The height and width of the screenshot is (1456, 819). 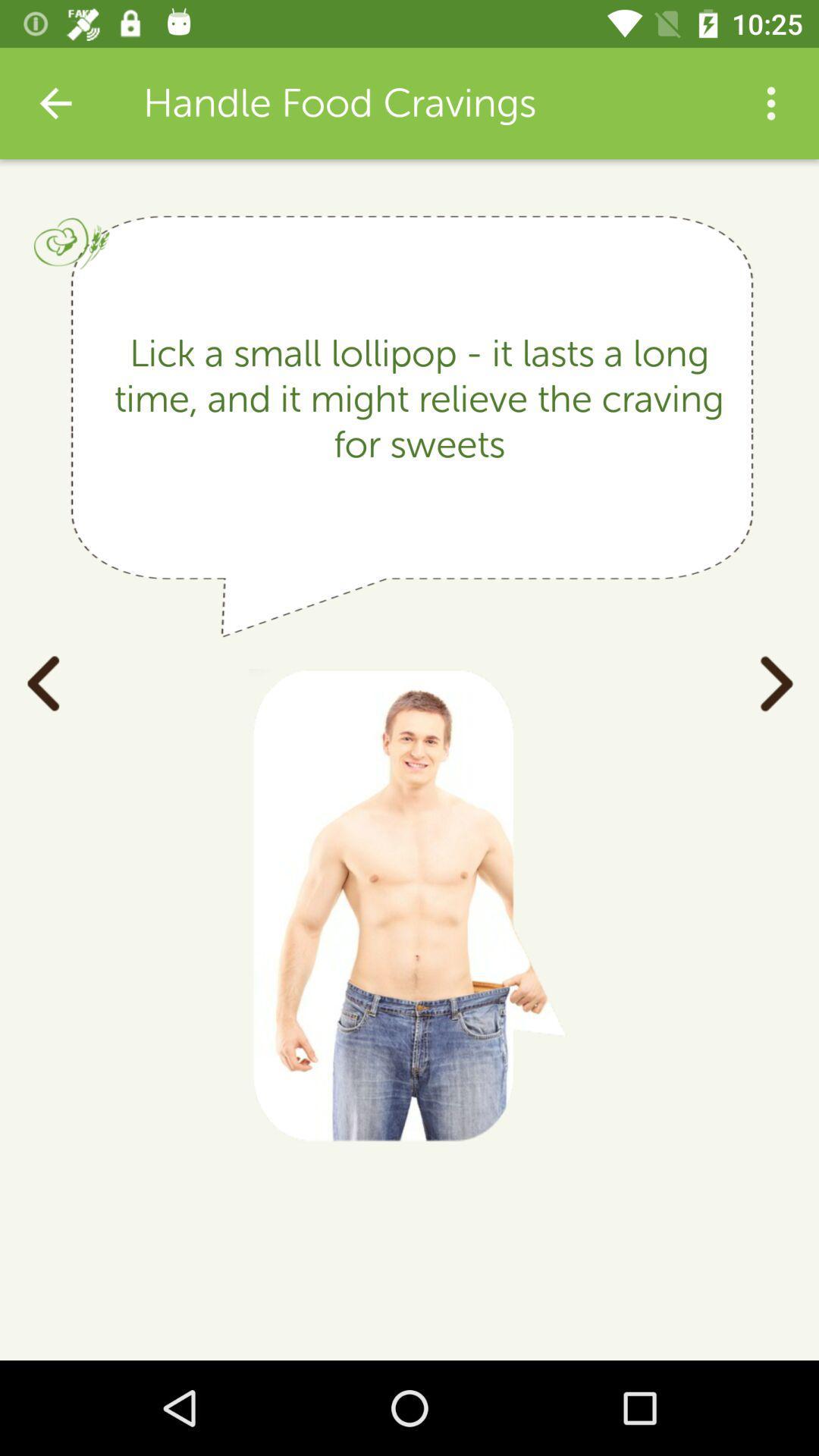 What do you see at coordinates (42, 681) in the screenshot?
I see `item on the left` at bounding box center [42, 681].